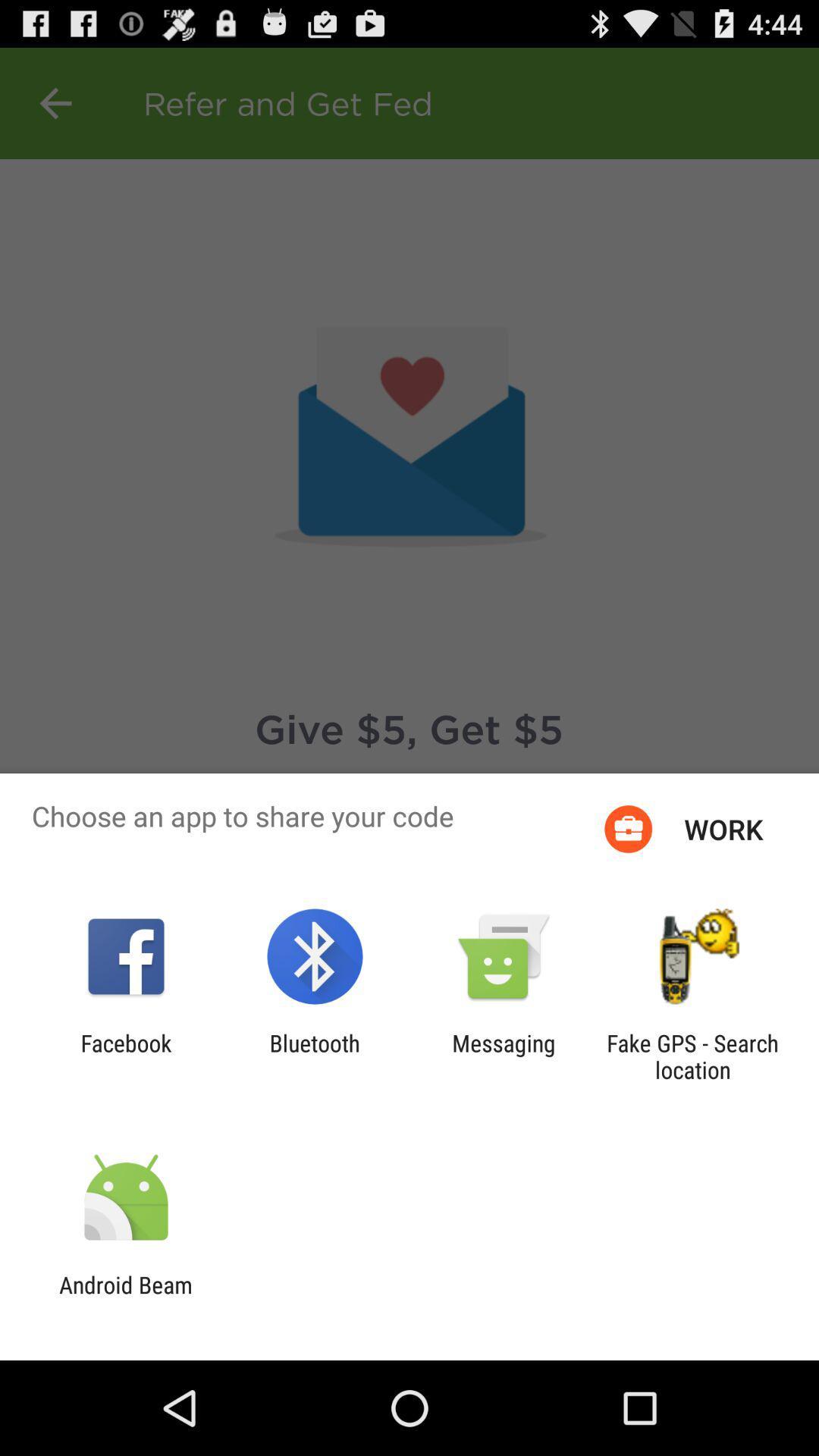  What do you see at coordinates (504, 1056) in the screenshot?
I see `item next to fake gps search app` at bounding box center [504, 1056].